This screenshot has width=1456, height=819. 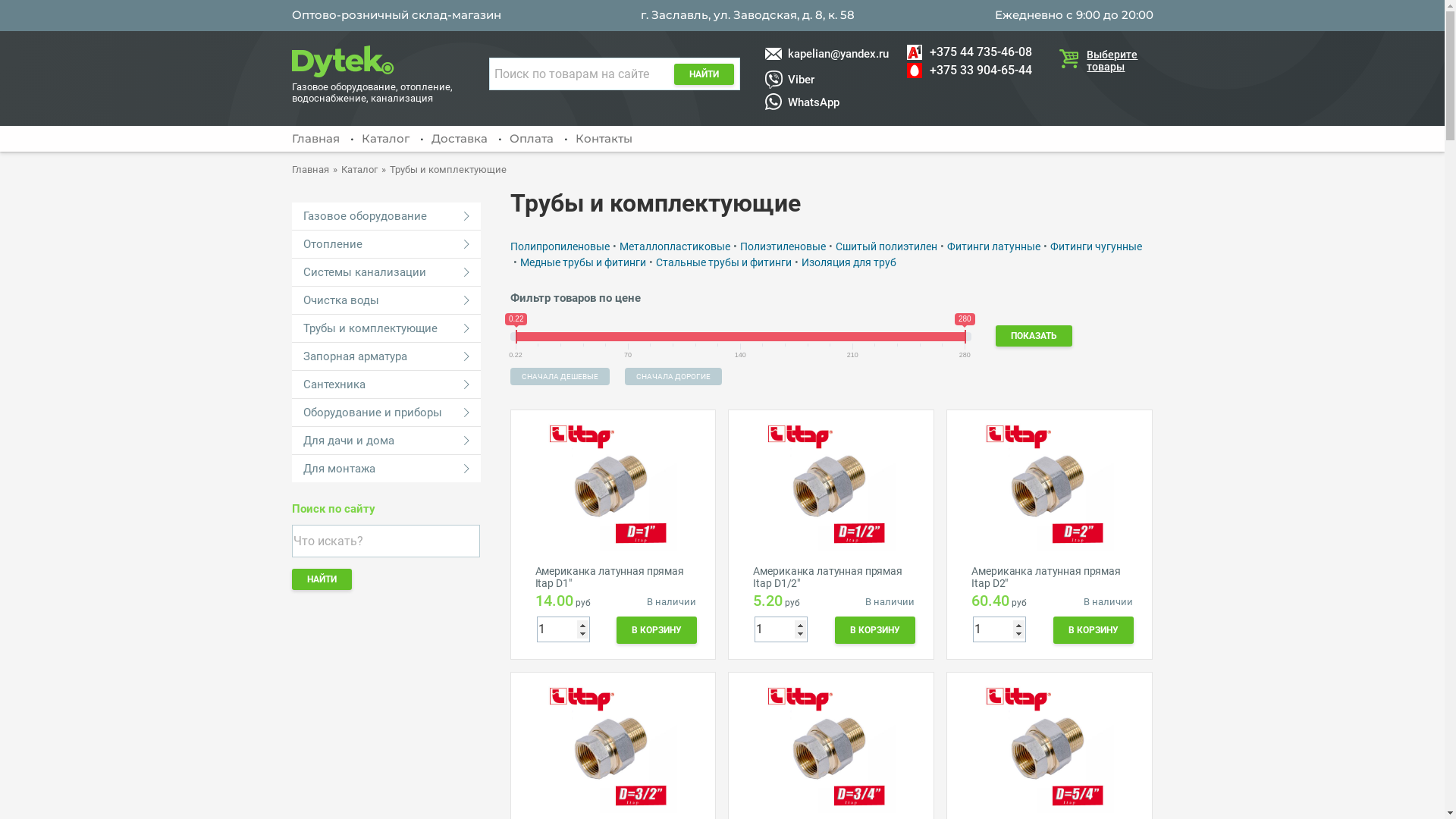 What do you see at coordinates (906, 52) in the screenshot?
I see `'+375 44 735-46-08'` at bounding box center [906, 52].